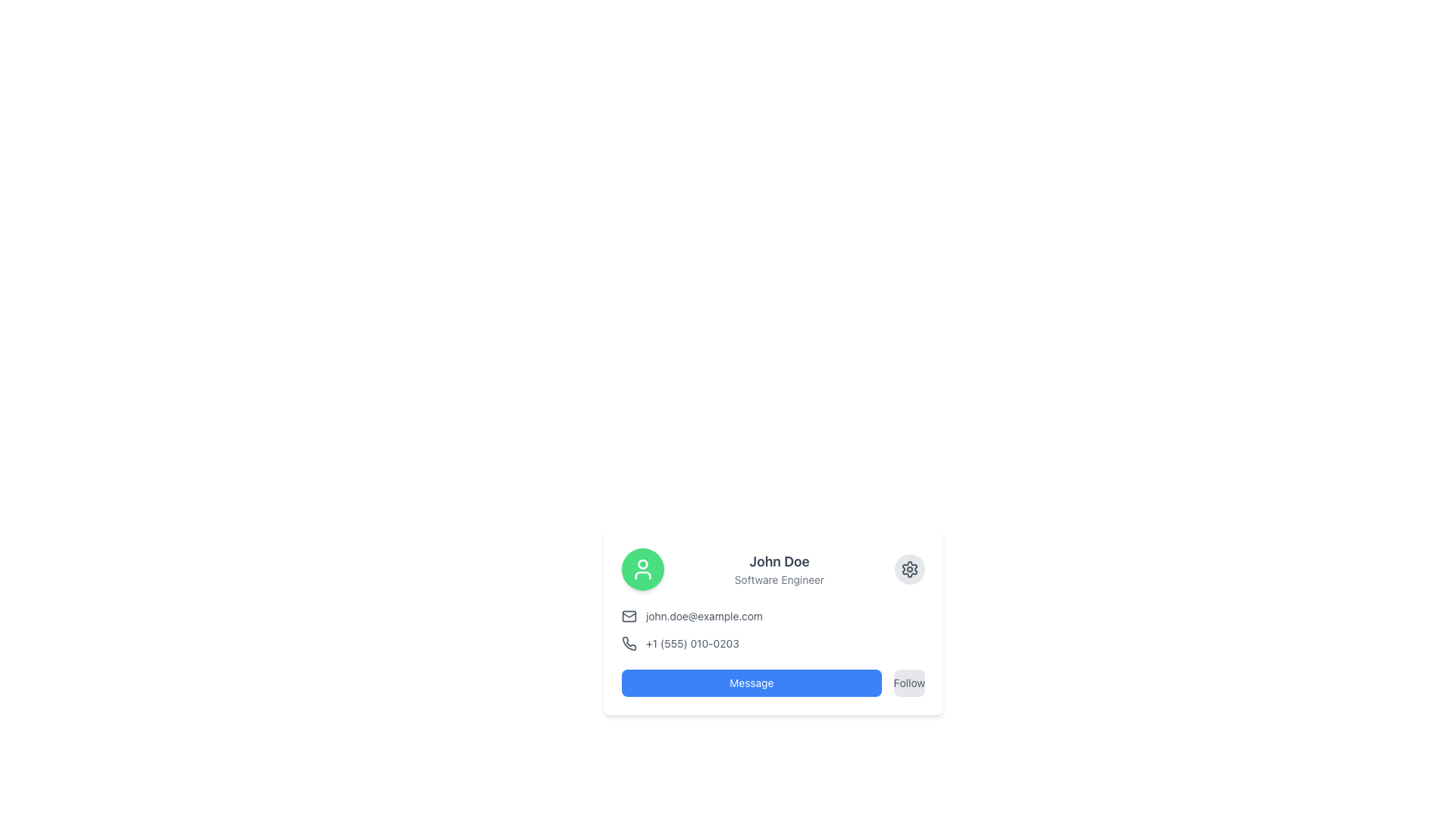 The height and width of the screenshot is (819, 1456). What do you see at coordinates (692, 643) in the screenshot?
I see `the phone number text displayed in a smaller font size, styled in dark gray, located below the email address and to the right of the phone icon` at bounding box center [692, 643].